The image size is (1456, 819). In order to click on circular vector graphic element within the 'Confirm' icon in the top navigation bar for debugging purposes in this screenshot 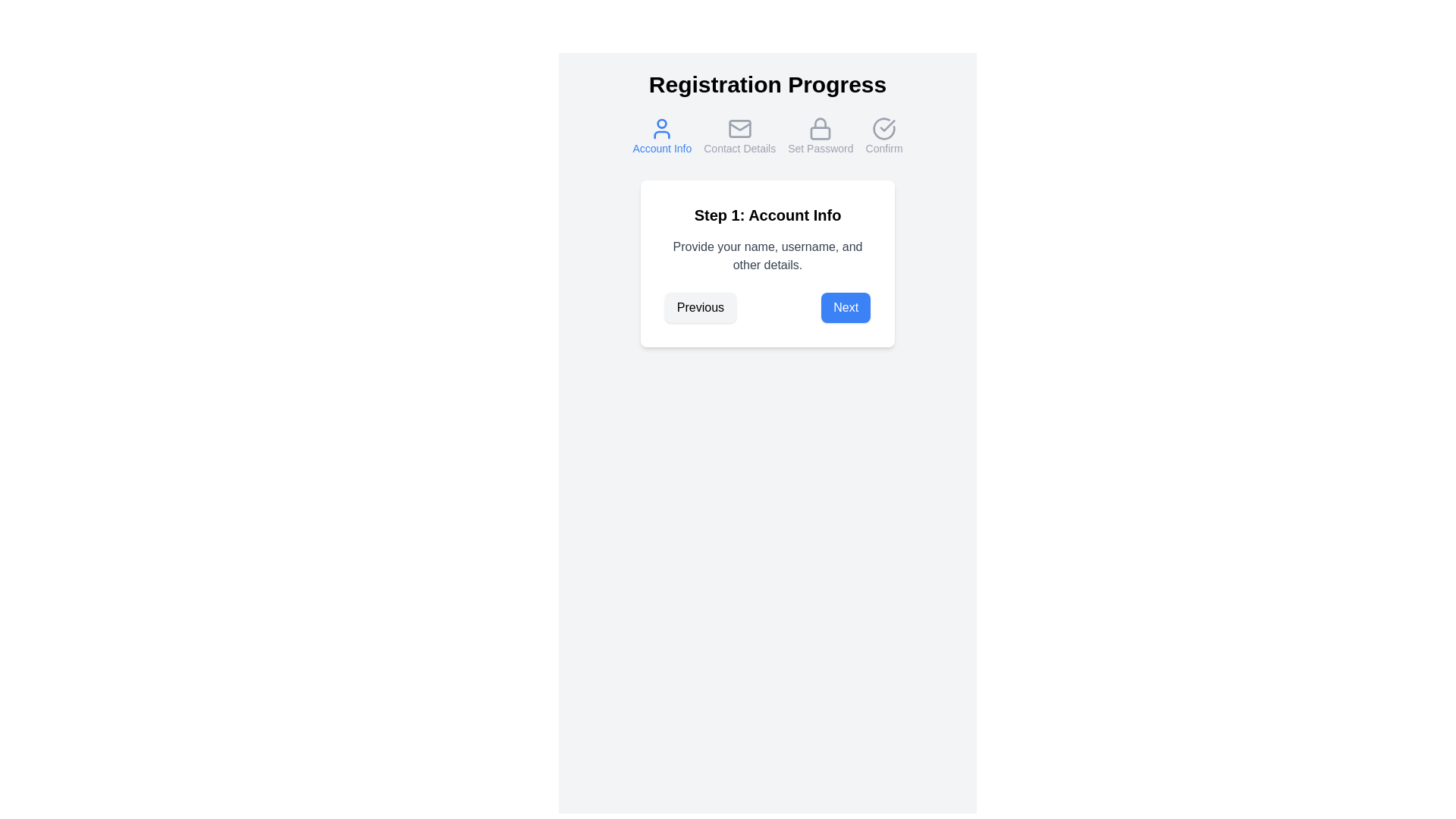, I will do `click(884, 127)`.